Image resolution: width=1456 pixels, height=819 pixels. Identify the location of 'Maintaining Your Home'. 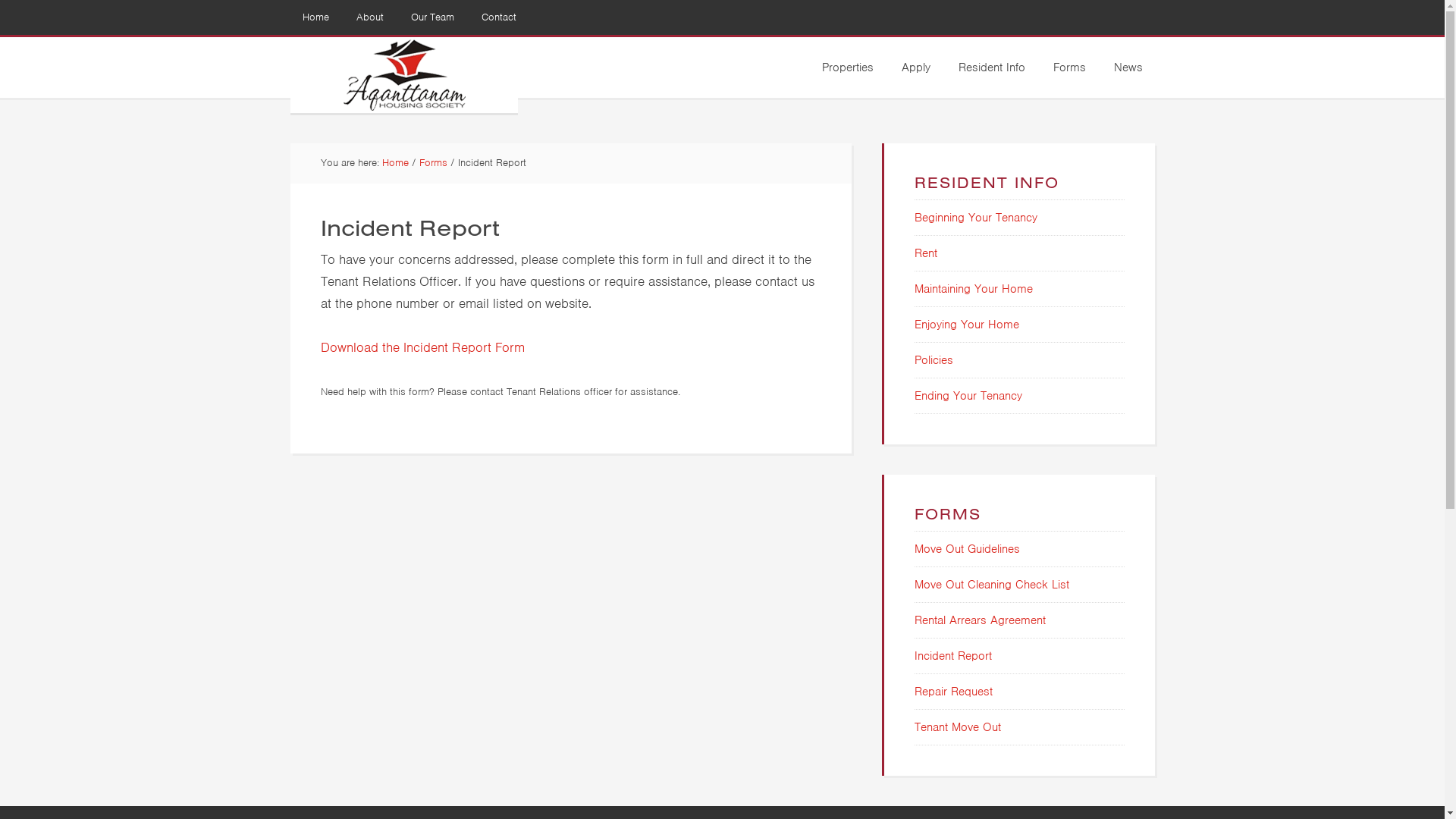
(913, 289).